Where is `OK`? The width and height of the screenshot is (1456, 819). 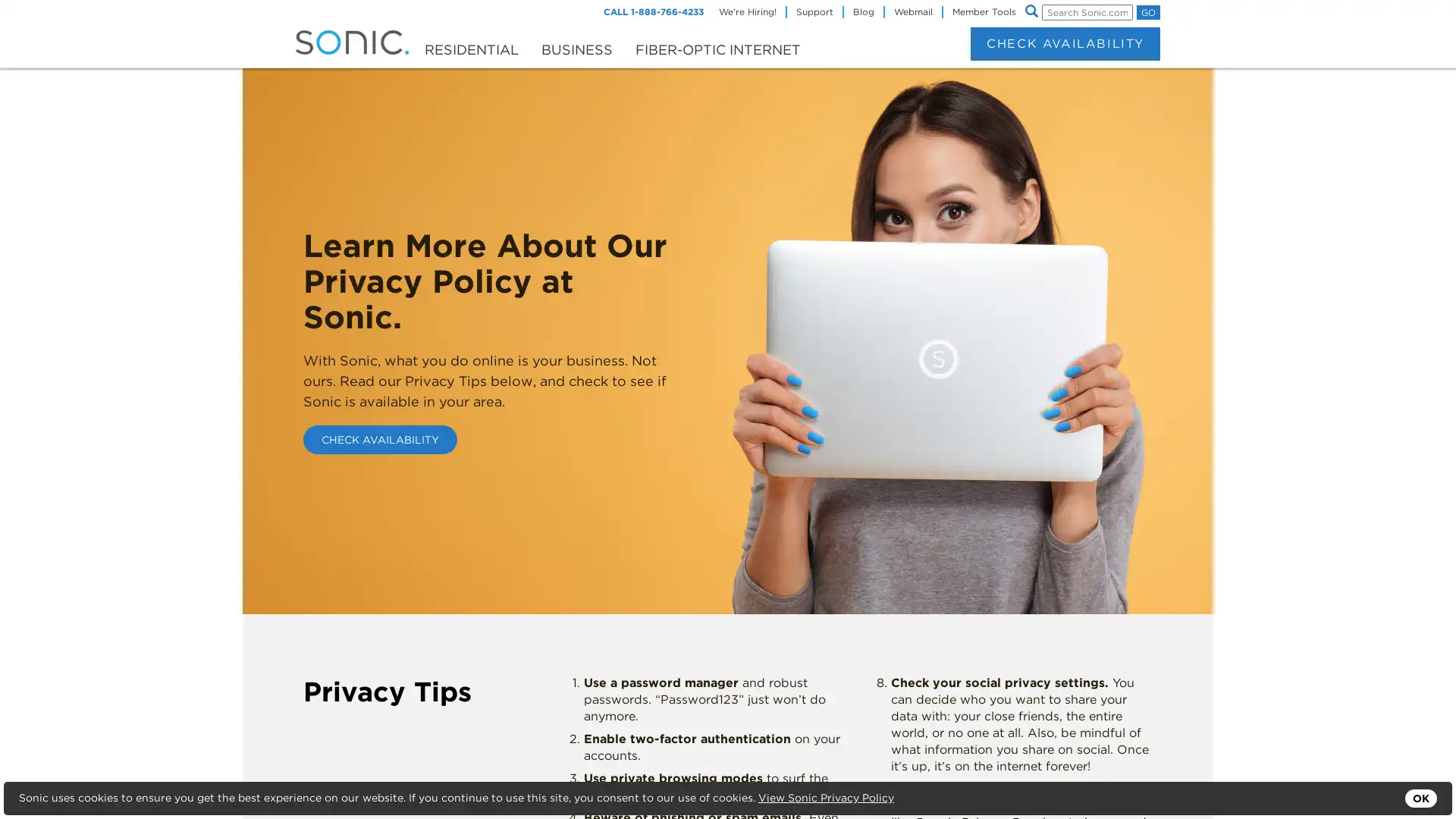
OK is located at coordinates (1420, 798).